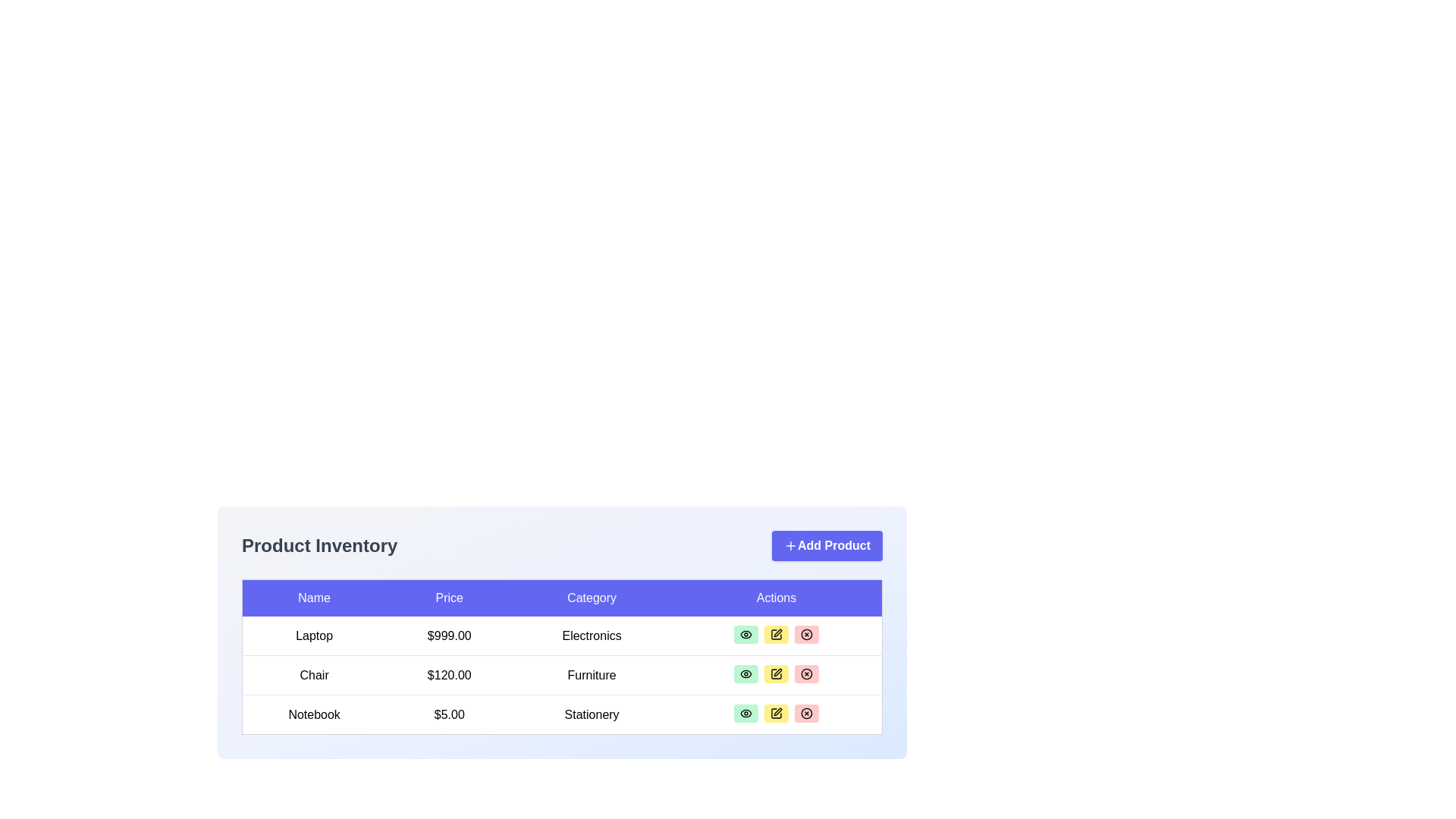 The height and width of the screenshot is (819, 1456). I want to click on the 'view' button in the 'Actions' column for the 'Laptop' product, so click(745, 635).